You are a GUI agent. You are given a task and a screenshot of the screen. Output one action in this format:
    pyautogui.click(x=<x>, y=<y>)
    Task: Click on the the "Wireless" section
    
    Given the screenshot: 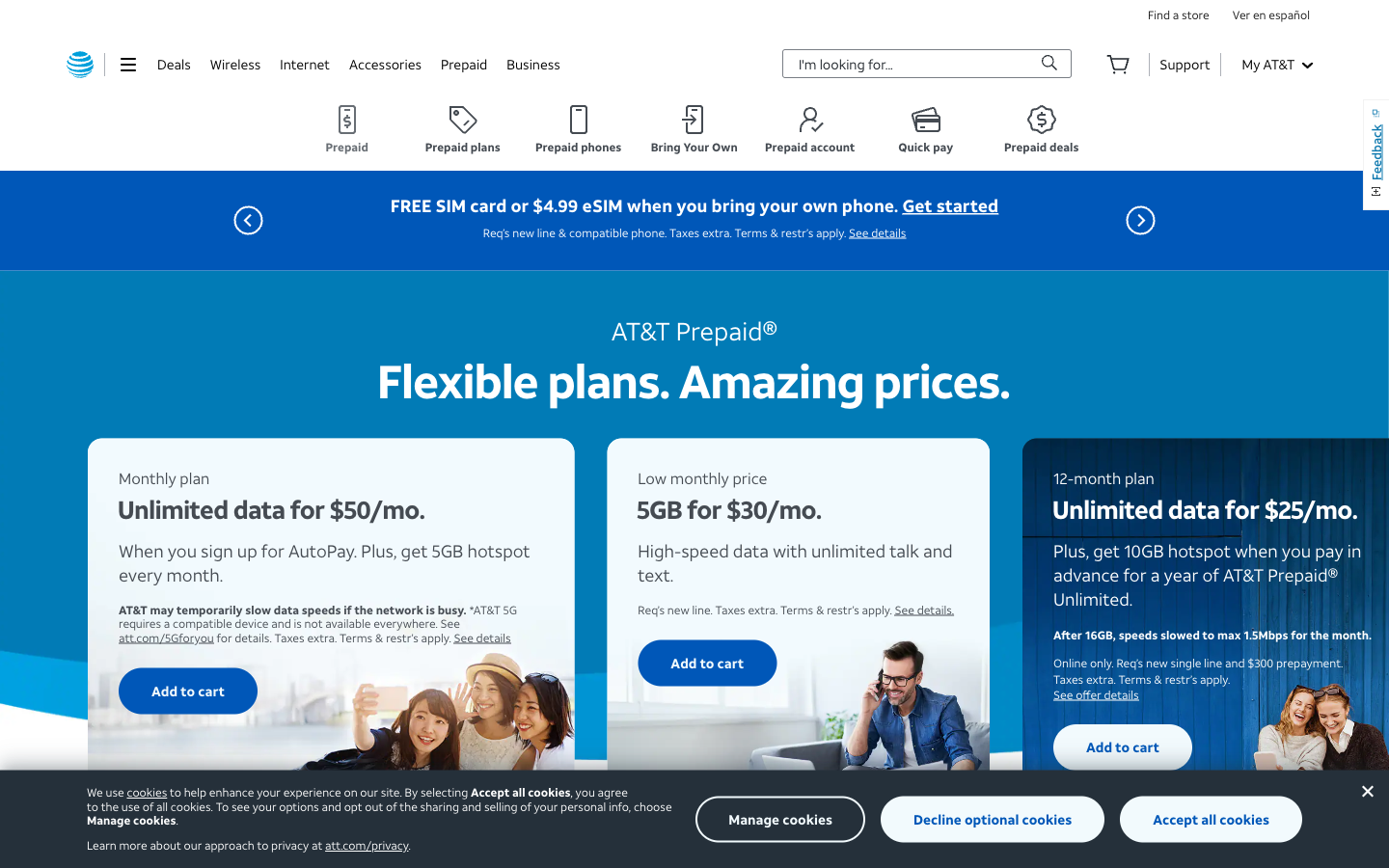 What is the action you would take?
    pyautogui.click(x=233, y=63)
    